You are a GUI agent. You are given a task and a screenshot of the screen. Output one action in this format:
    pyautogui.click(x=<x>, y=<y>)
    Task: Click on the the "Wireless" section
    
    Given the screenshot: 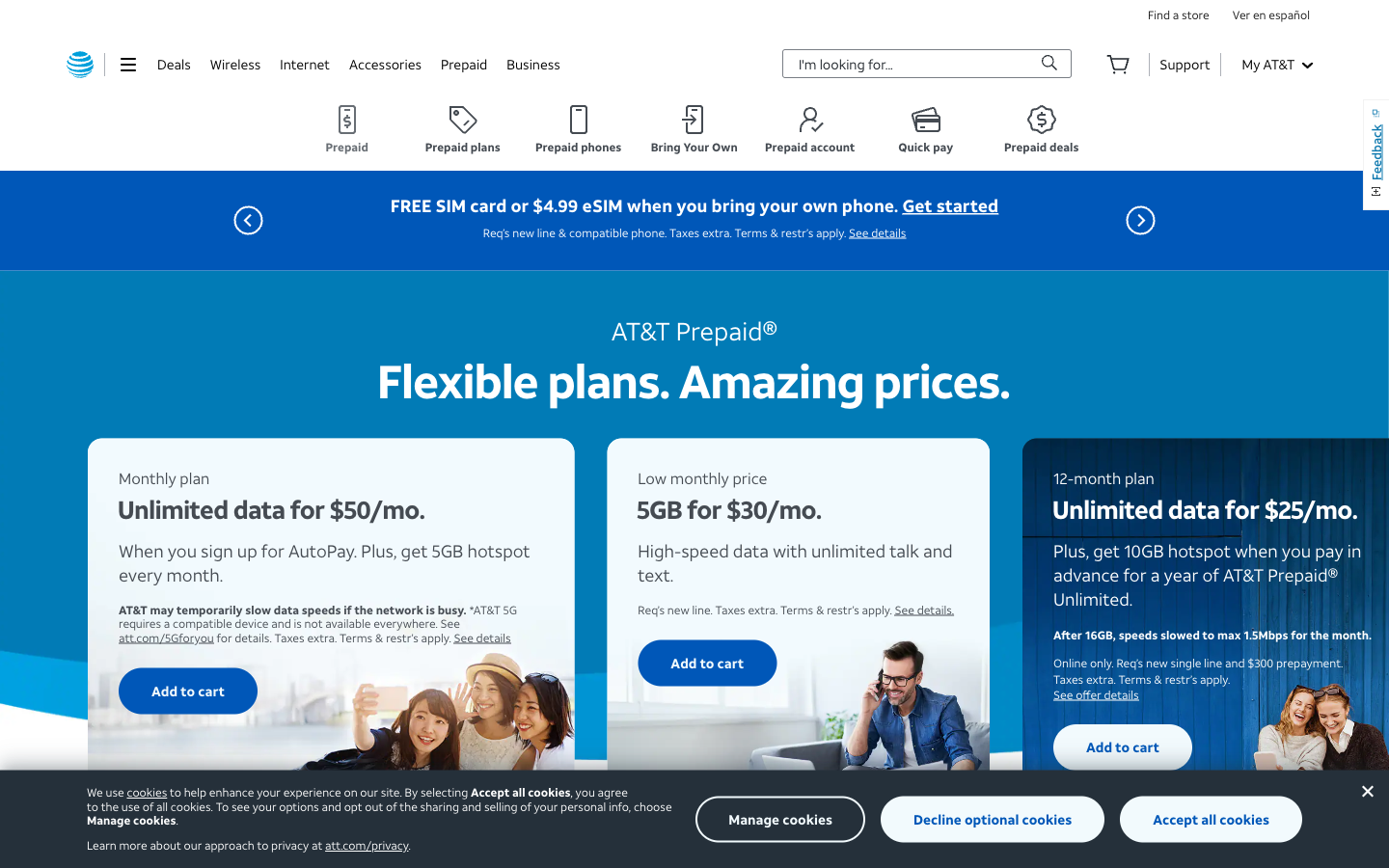 What is the action you would take?
    pyautogui.click(x=233, y=63)
    